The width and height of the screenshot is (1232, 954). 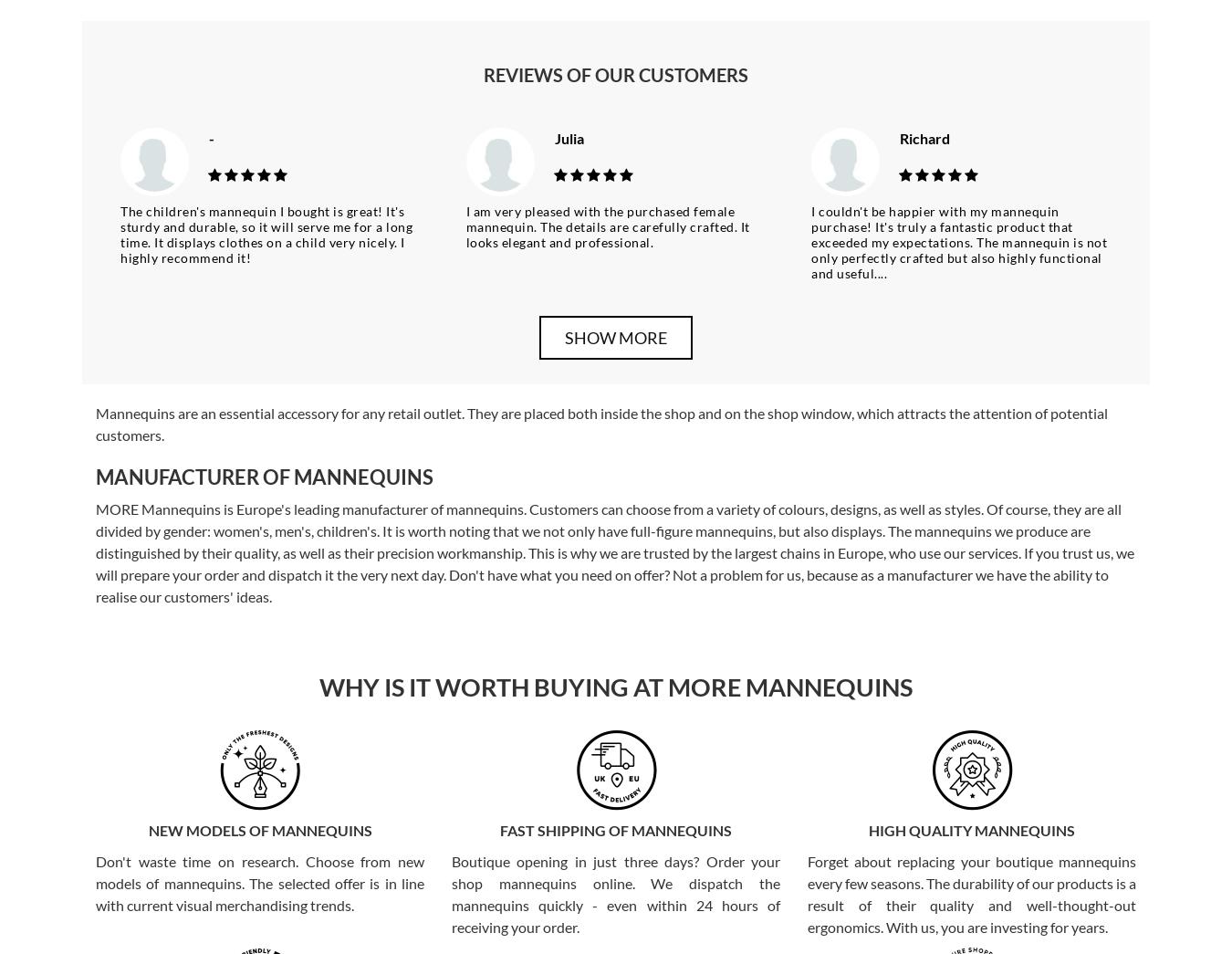 What do you see at coordinates (166, 819) in the screenshot?
I see `'Shop mannequins'` at bounding box center [166, 819].